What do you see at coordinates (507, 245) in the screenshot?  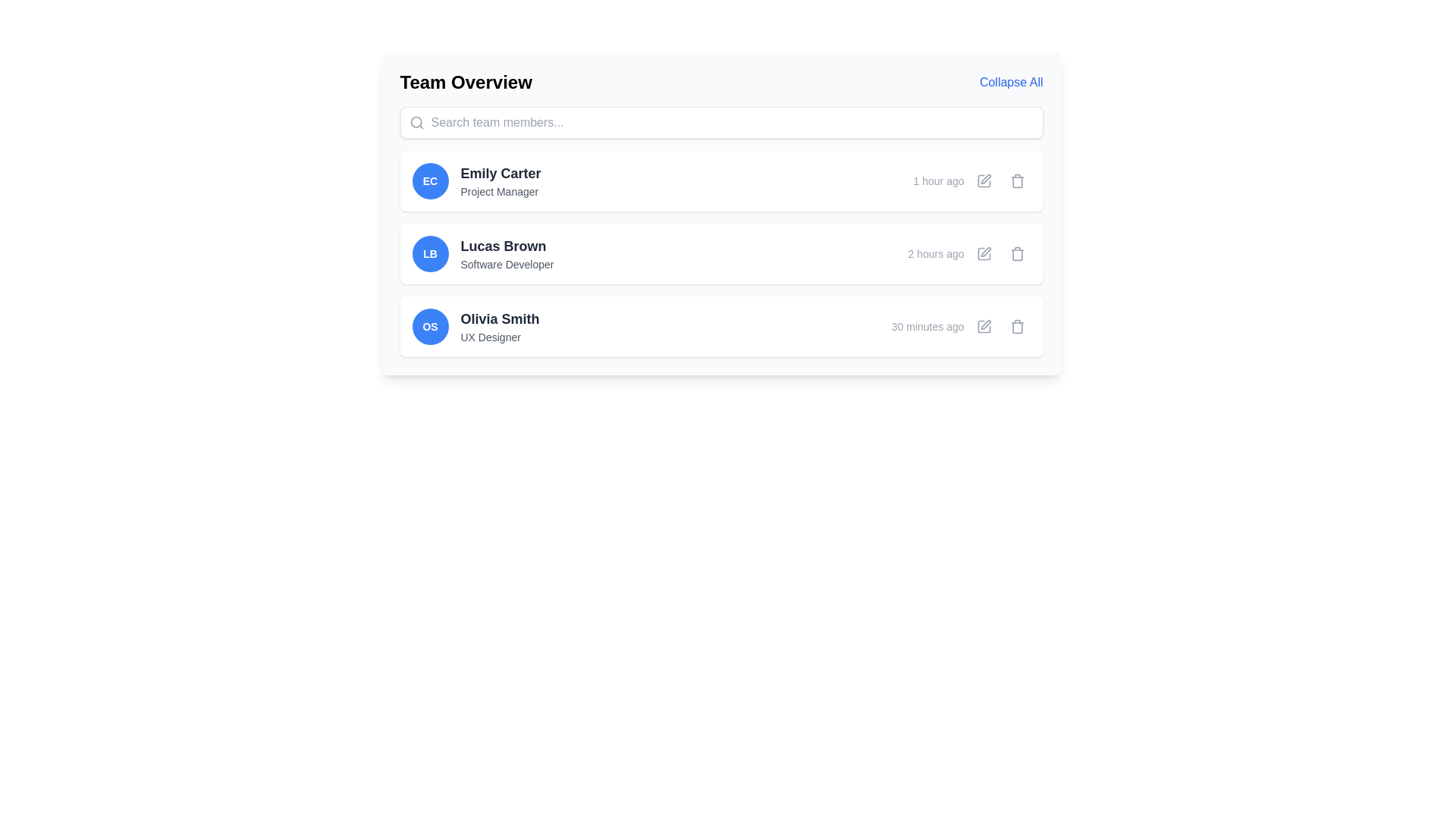 I see `the bold dark gray text label reading 'Lucas Brown' located in the second list item of the 'Team Overview', positioned above the role description 'Software Developer'` at bounding box center [507, 245].